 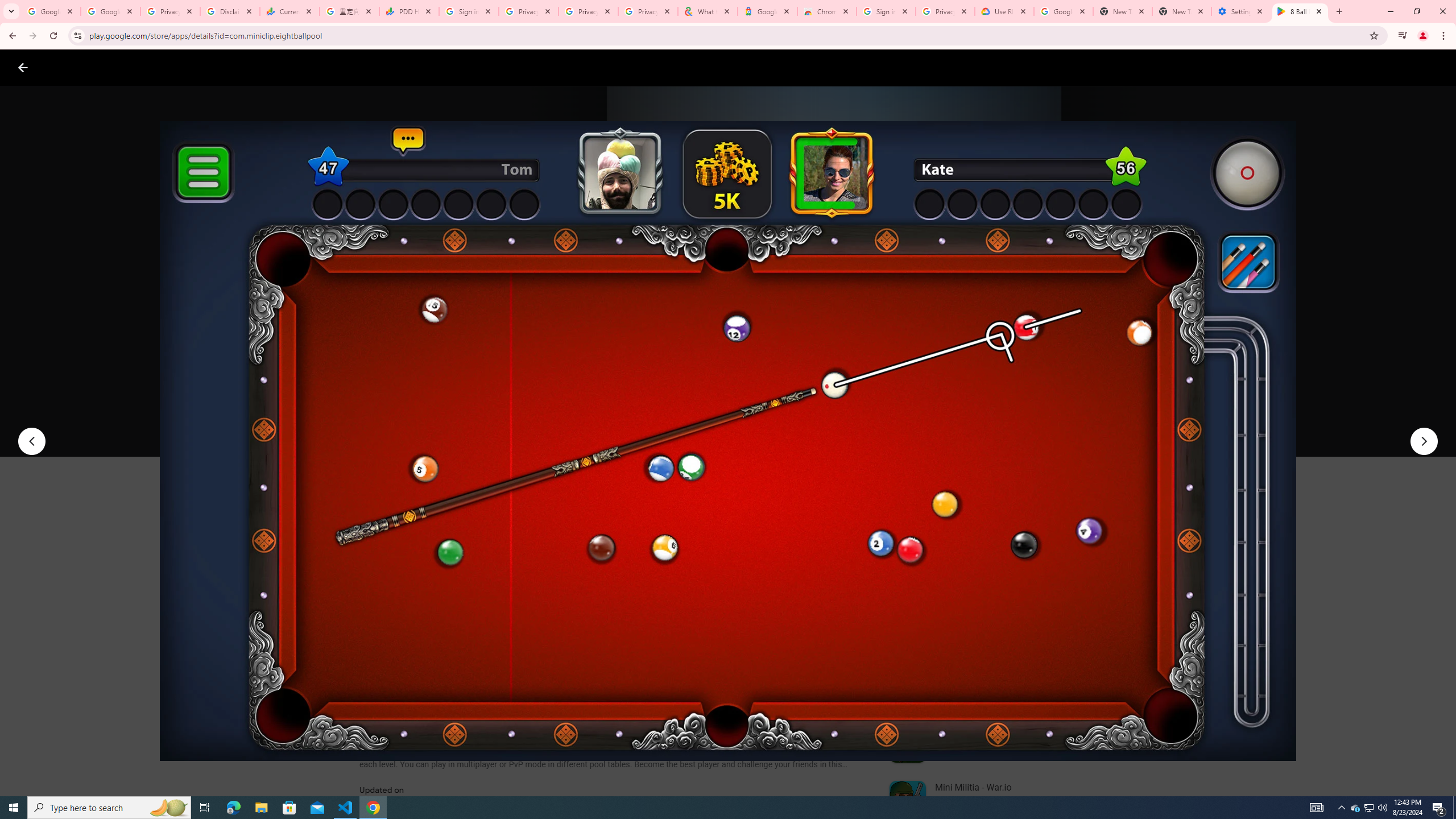 I want to click on 'Sign in - Google Accounts', so click(x=468, y=11).